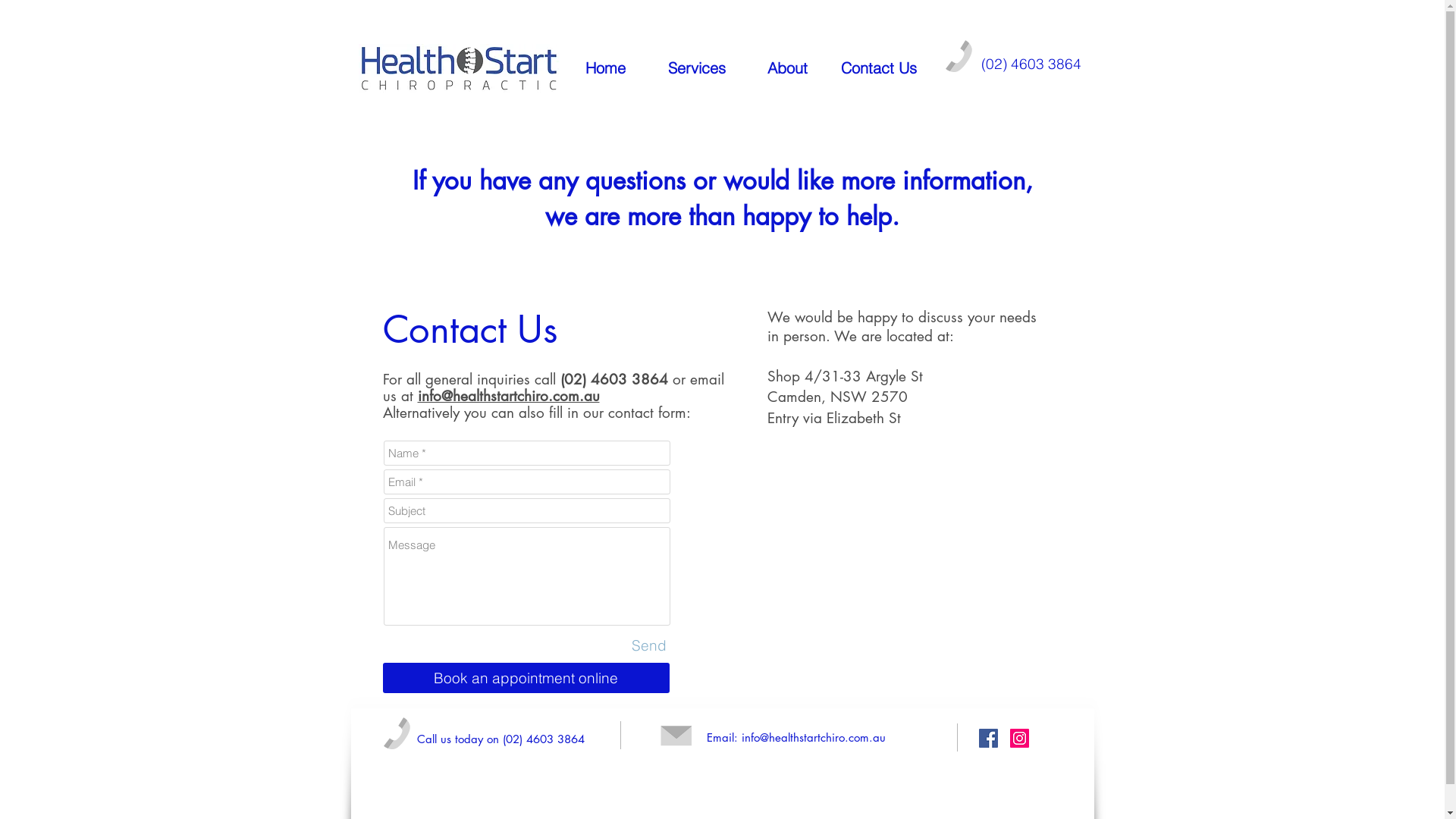 This screenshot has height=819, width=1456. Describe the element at coordinates (877, 67) in the screenshot. I see `'Contact Us'` at that location.